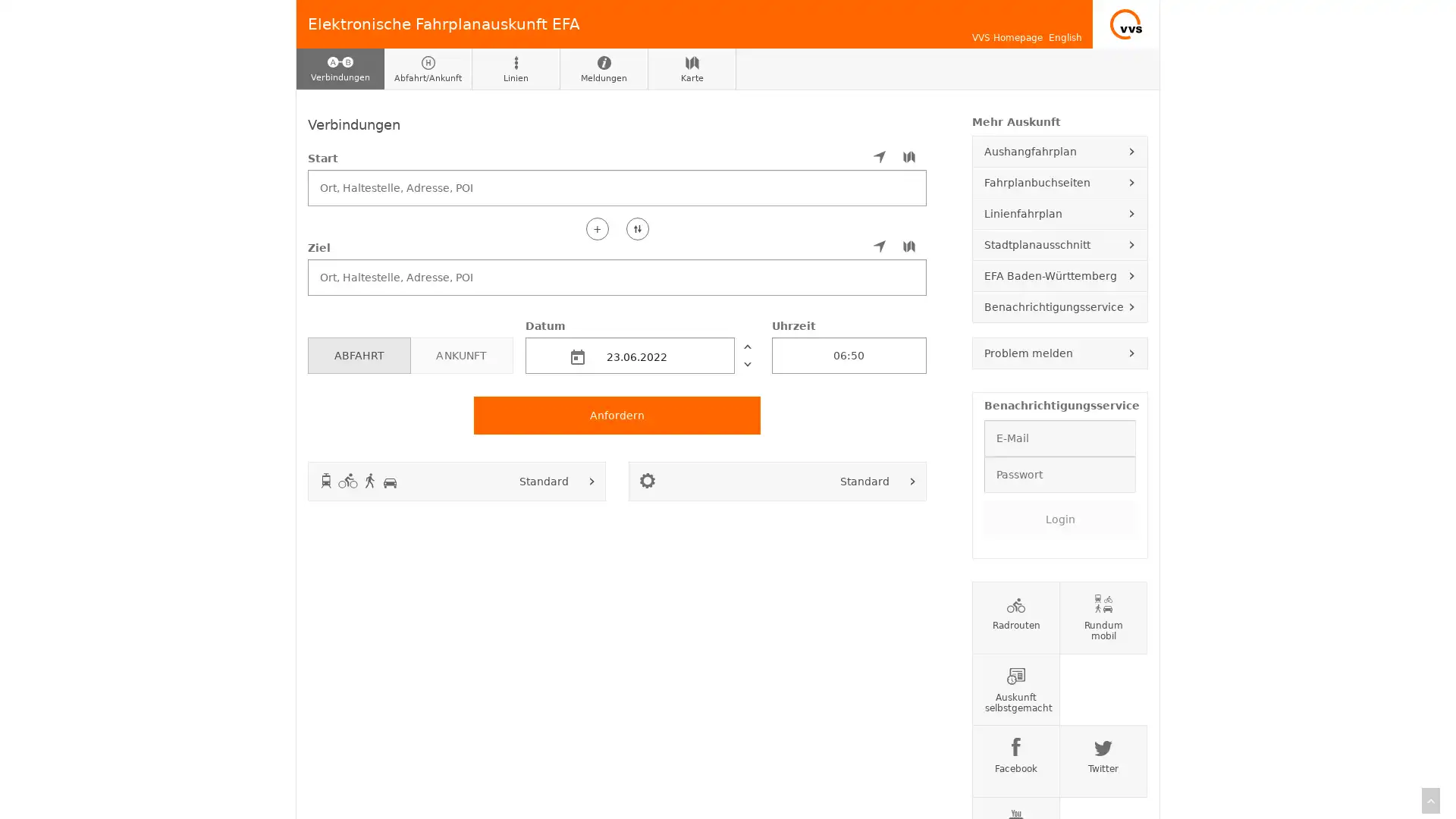 This screenshot has height=819, width=1456. What do you see at coordinates (428, 69) in the screenshot?
I see `Abfahrt/Ankunft` at bounding box center [428, 69].